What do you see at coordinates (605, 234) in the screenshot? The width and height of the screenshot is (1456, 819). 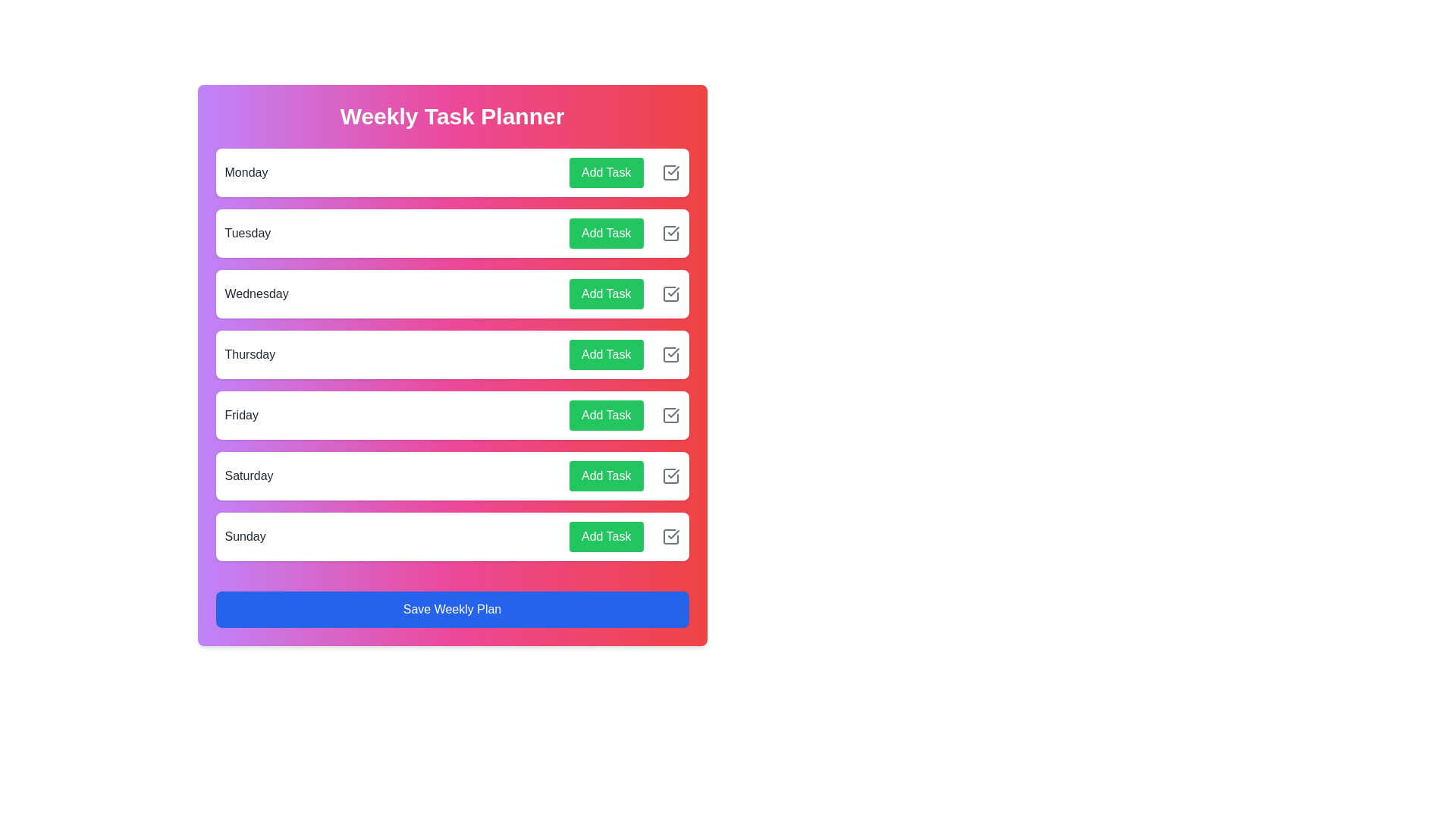 I see `the 'Add Task' button for Tuesday` at bounding box center [605, 234].